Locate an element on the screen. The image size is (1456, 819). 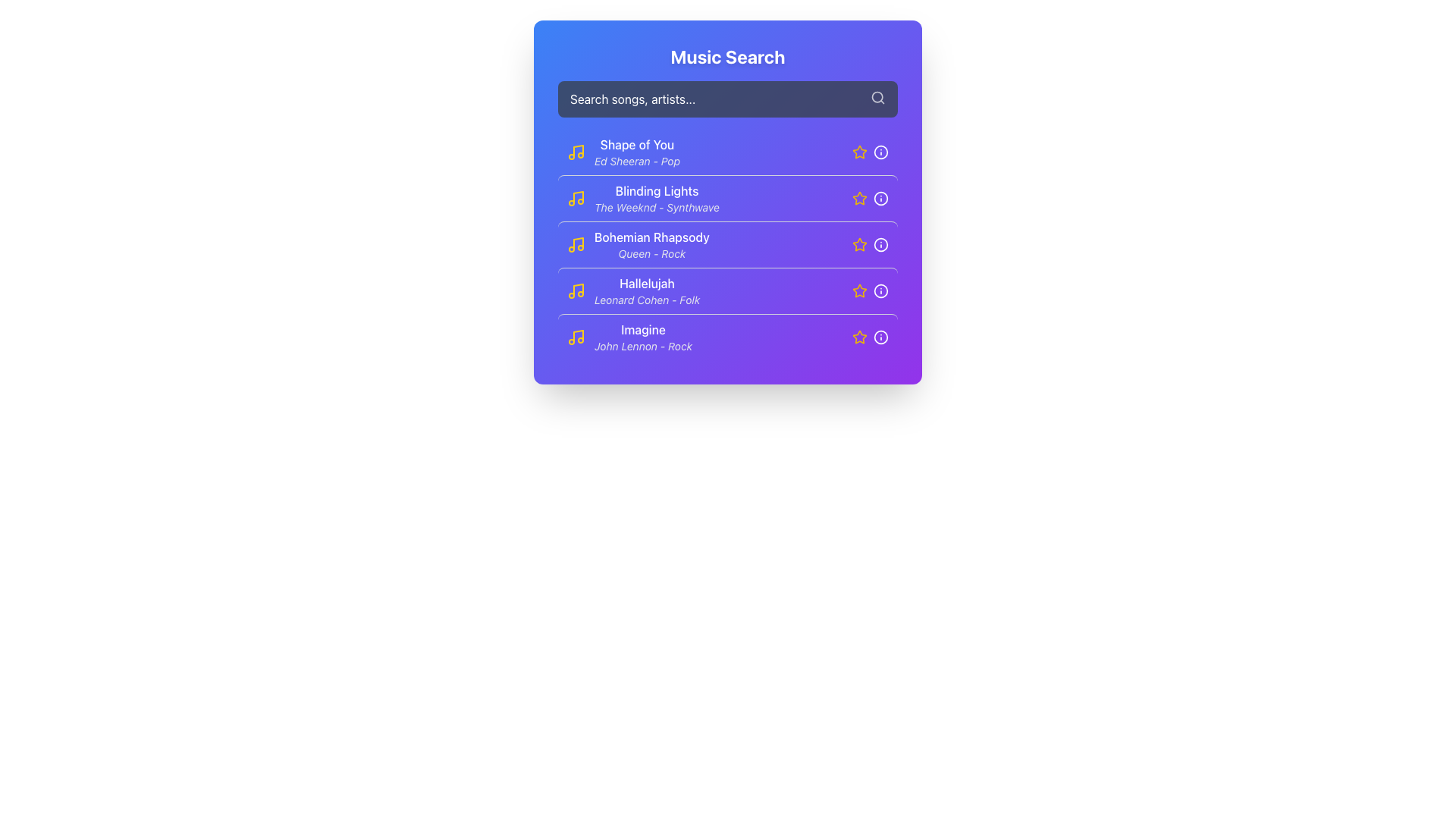
the informational text block displaying song title and artist/genre details, which is the third entry in the 'Music Search' list is located at coordinates (638, 244).